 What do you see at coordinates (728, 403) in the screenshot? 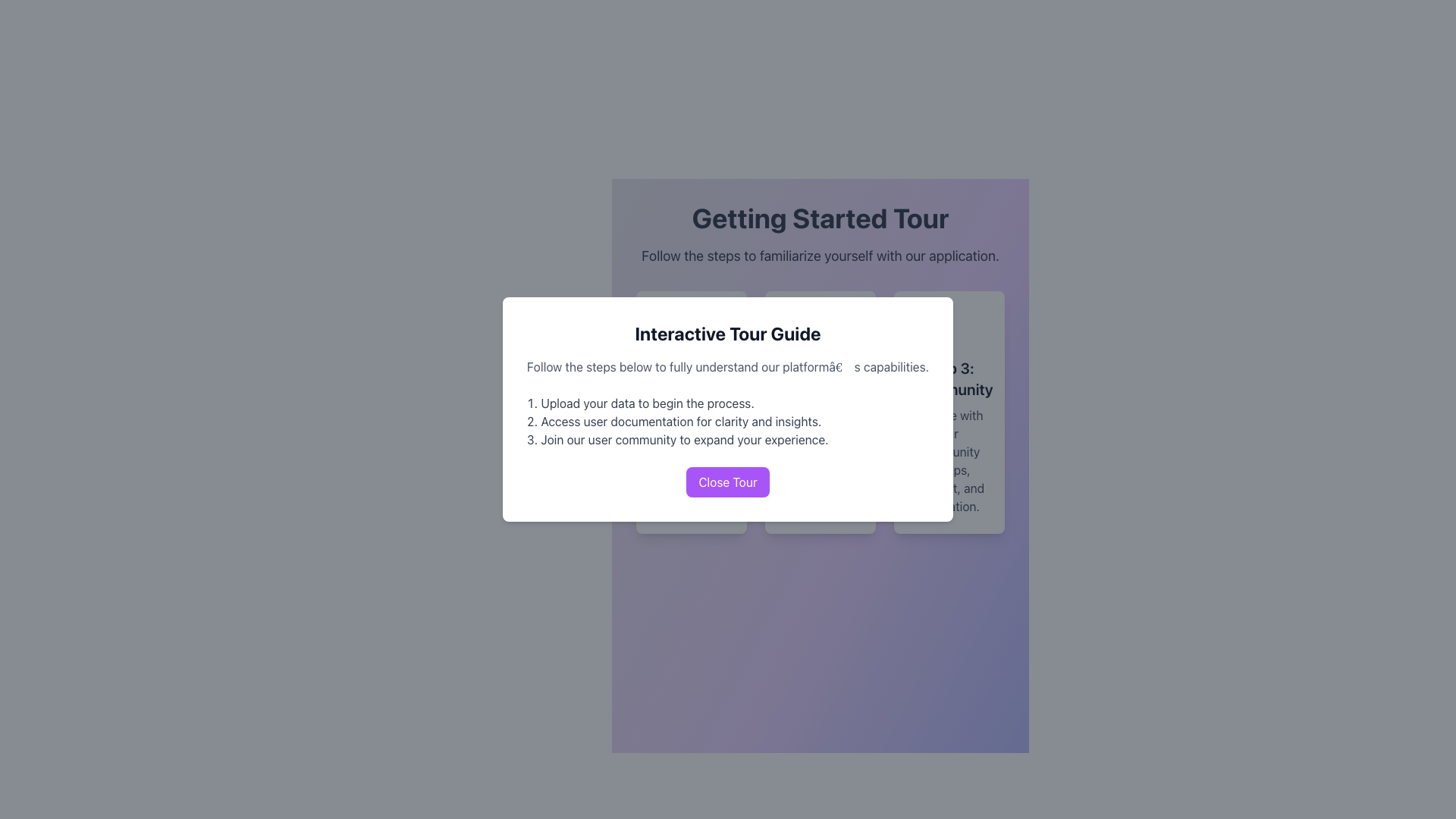
I see `instruction from the static text that says 'Upload your data to begin the process.' located at the first position in a numbered list within the 'Interactive Tour Guide' dialog box` at bounding box center [728, 403].